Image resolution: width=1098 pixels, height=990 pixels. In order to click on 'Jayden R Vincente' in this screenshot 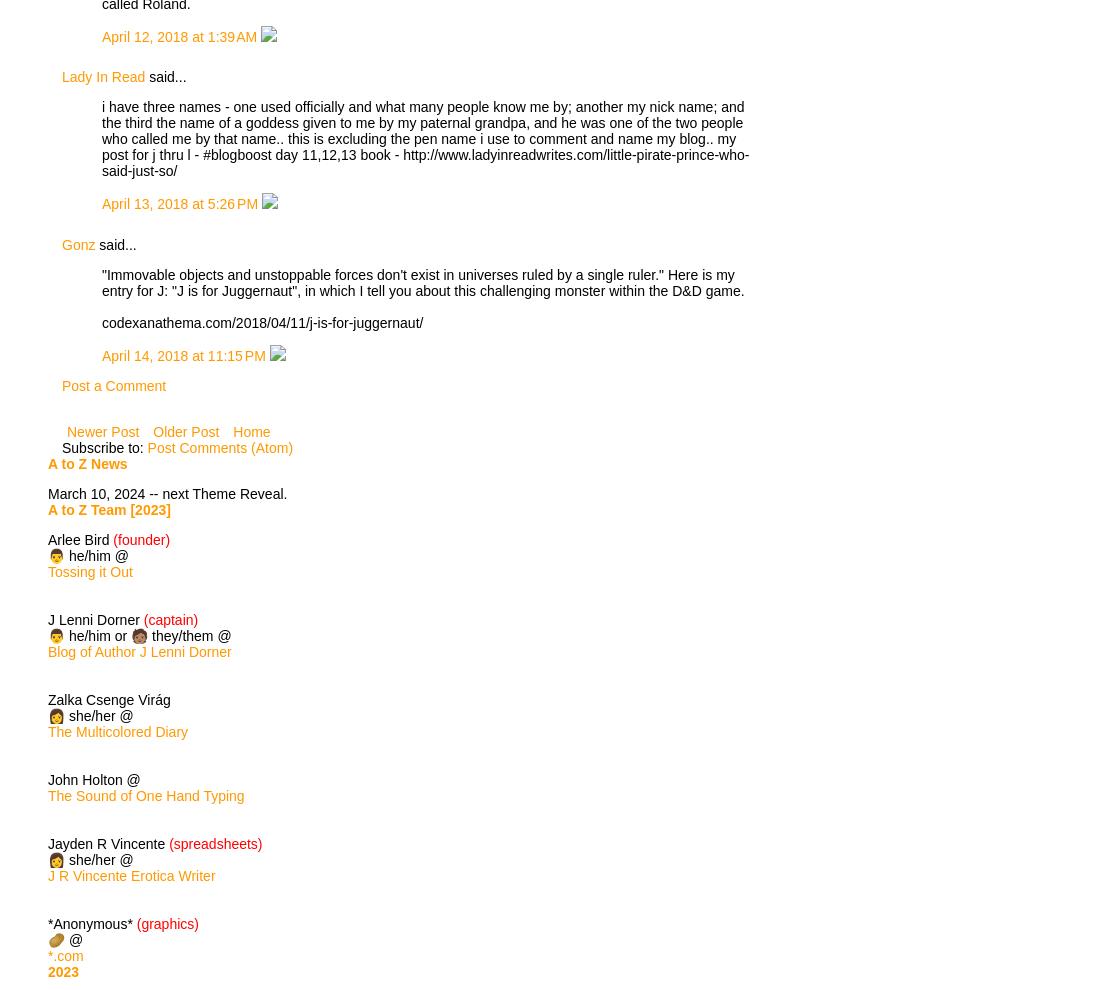, I will do `click(108, 843)`.